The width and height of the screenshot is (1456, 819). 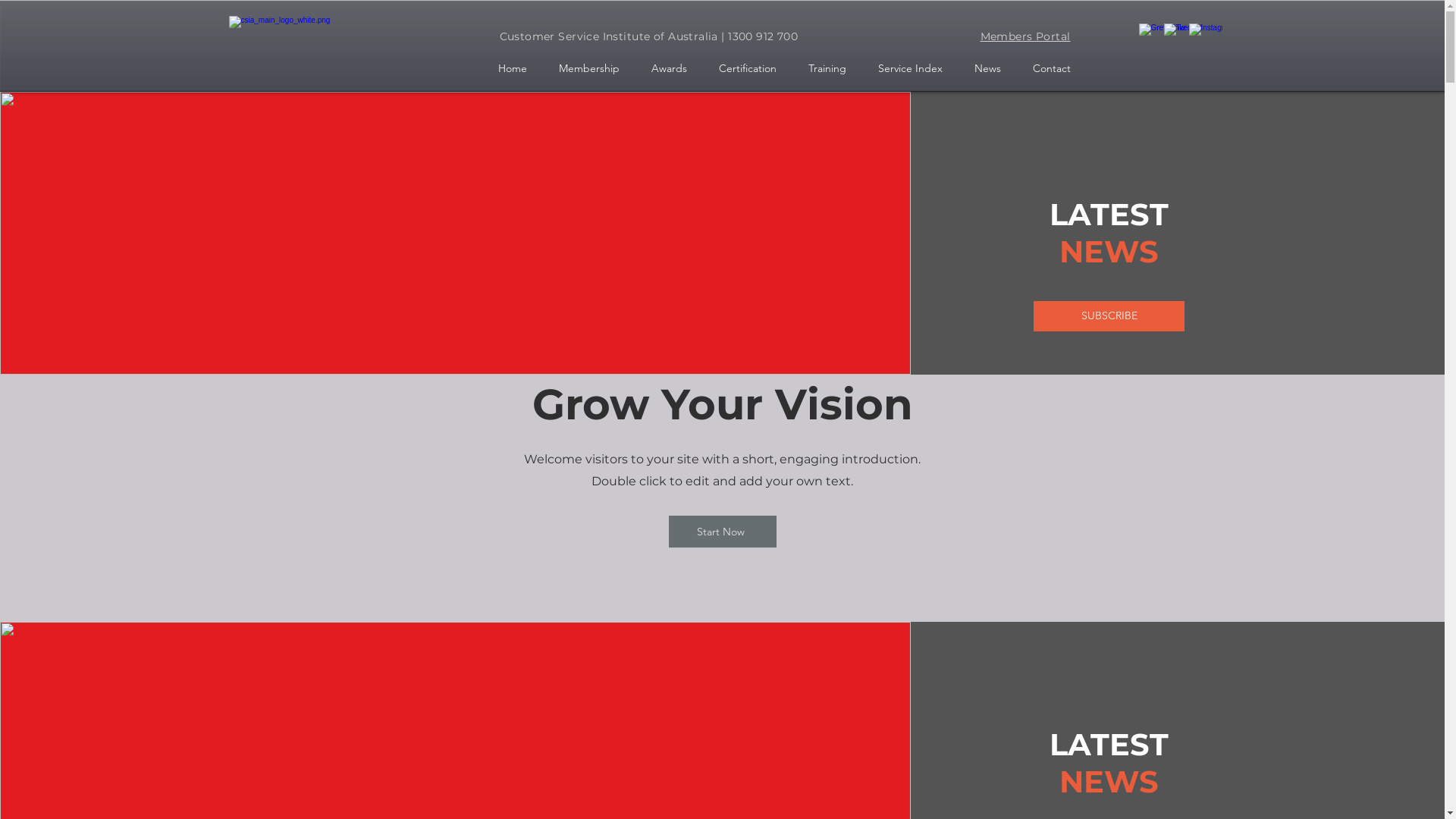 What do you see at coordinates (588, 68) in the screenshot?
I see `'Membership'` at bounding box center [588, 68].